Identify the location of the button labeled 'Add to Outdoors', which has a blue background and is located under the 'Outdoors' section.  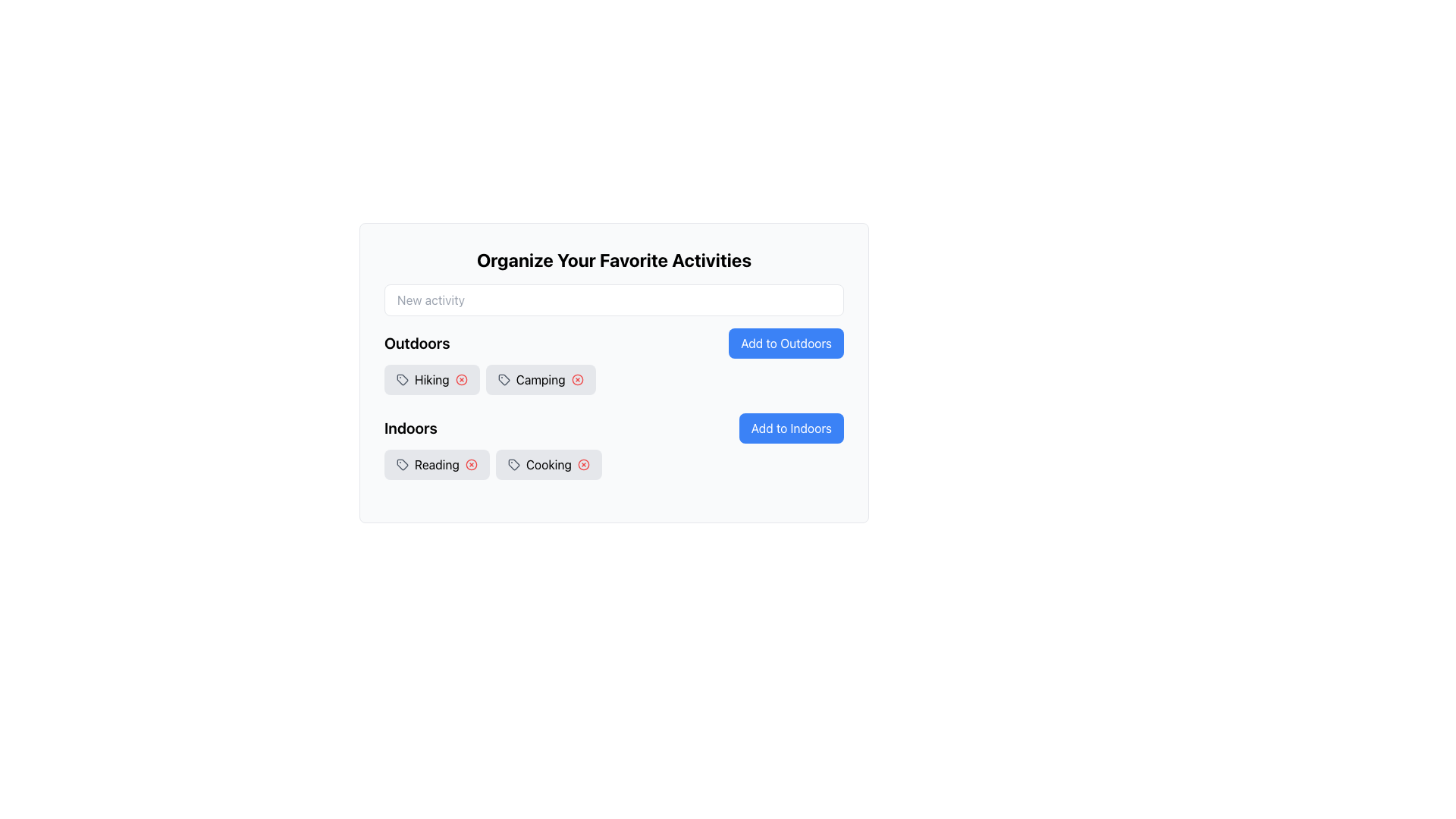
(786, 343).